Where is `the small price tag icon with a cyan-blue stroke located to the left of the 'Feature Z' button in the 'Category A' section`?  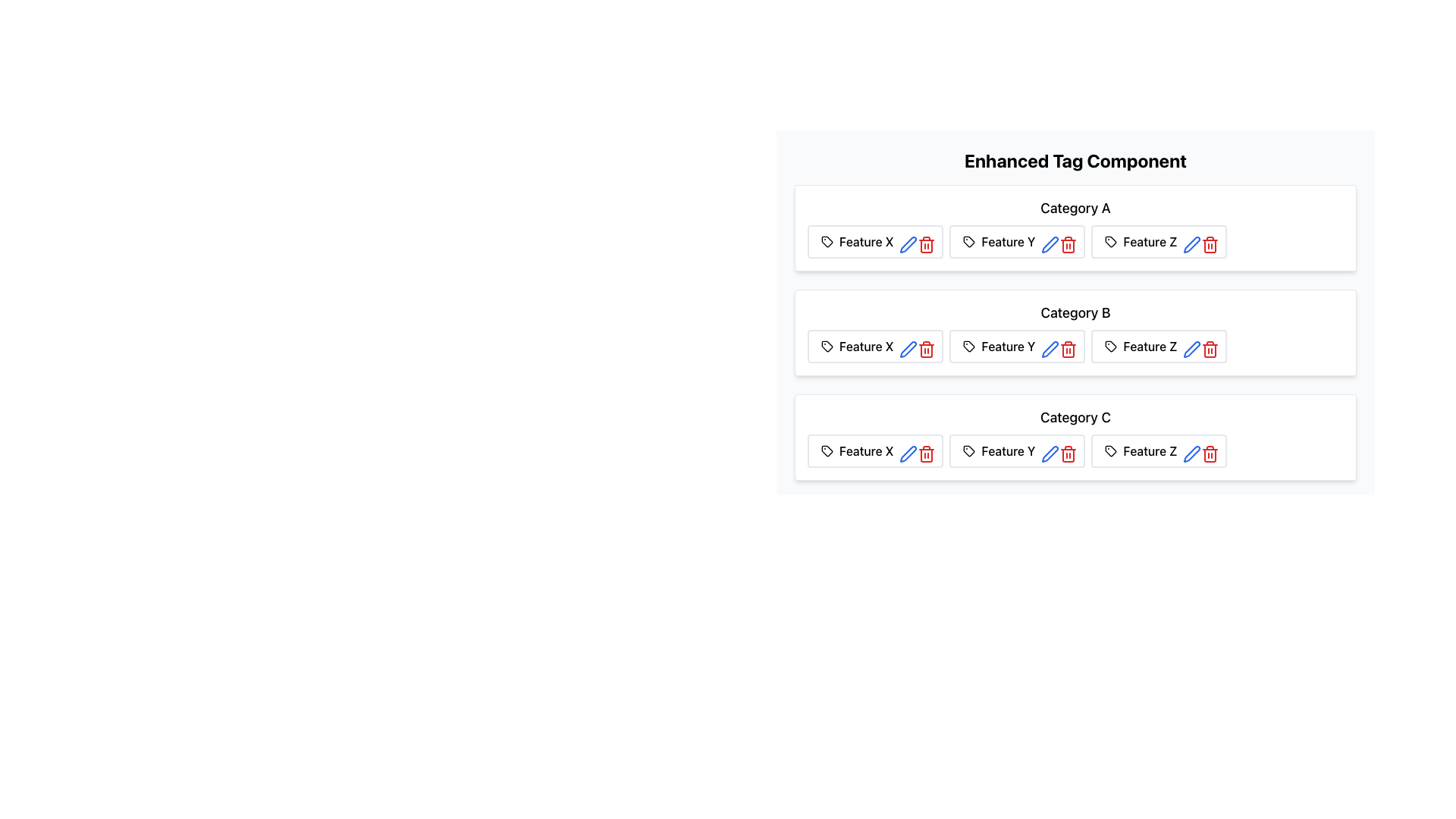 the small price tag icon with a cyan-blue stroke located to the left of the 'Feature Z' button in the 'Category A' section is located at coordinates (1111, 450).